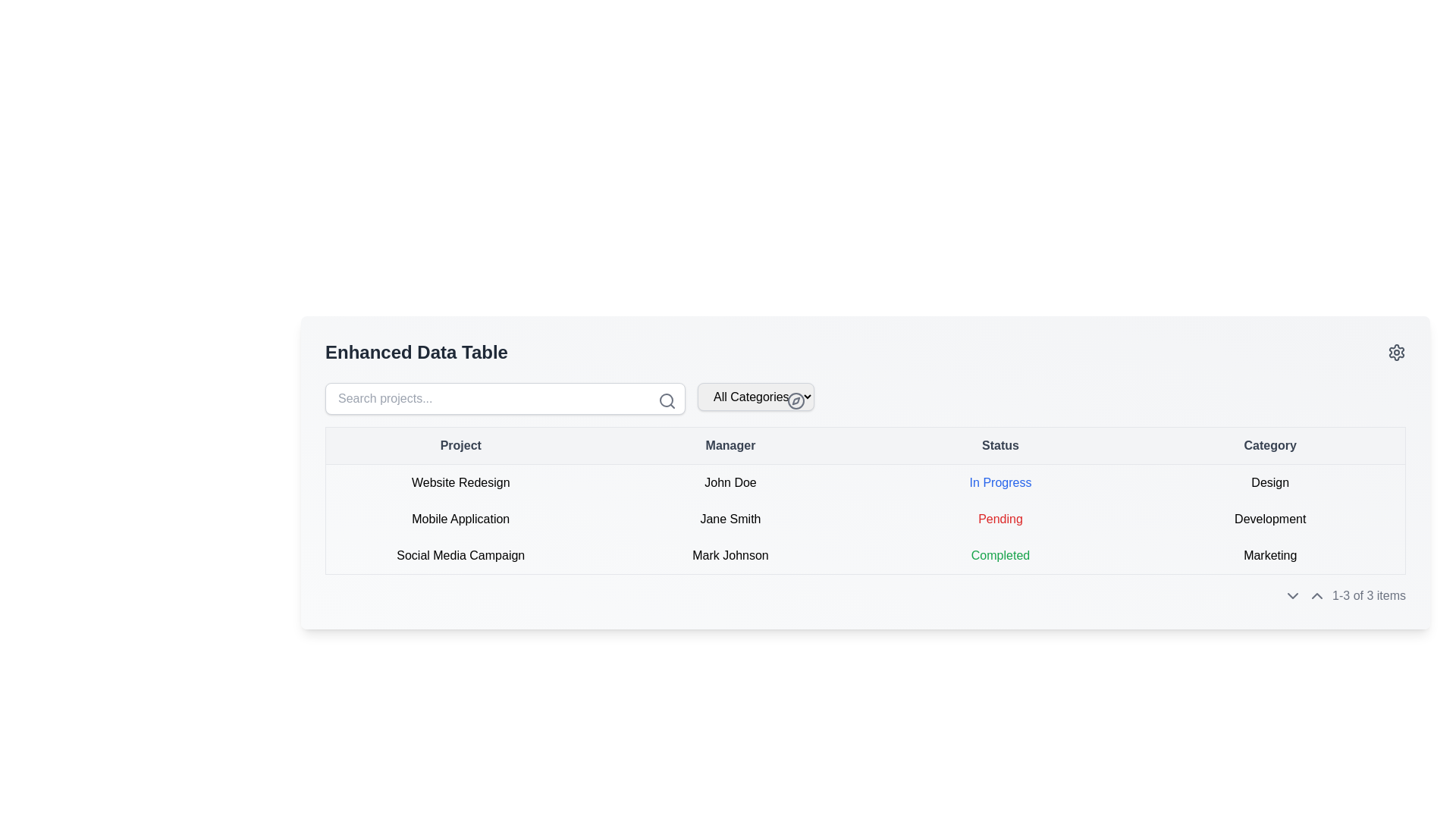 The width and height of the screenshot is (1456, 819). Describe the element at coordinates (1000, 482) in the screenshot. I see `the static text element displaying 'In Progress' in blue color, located in the 'Status' column of the table for the project 'Website Redesign'` at that location.